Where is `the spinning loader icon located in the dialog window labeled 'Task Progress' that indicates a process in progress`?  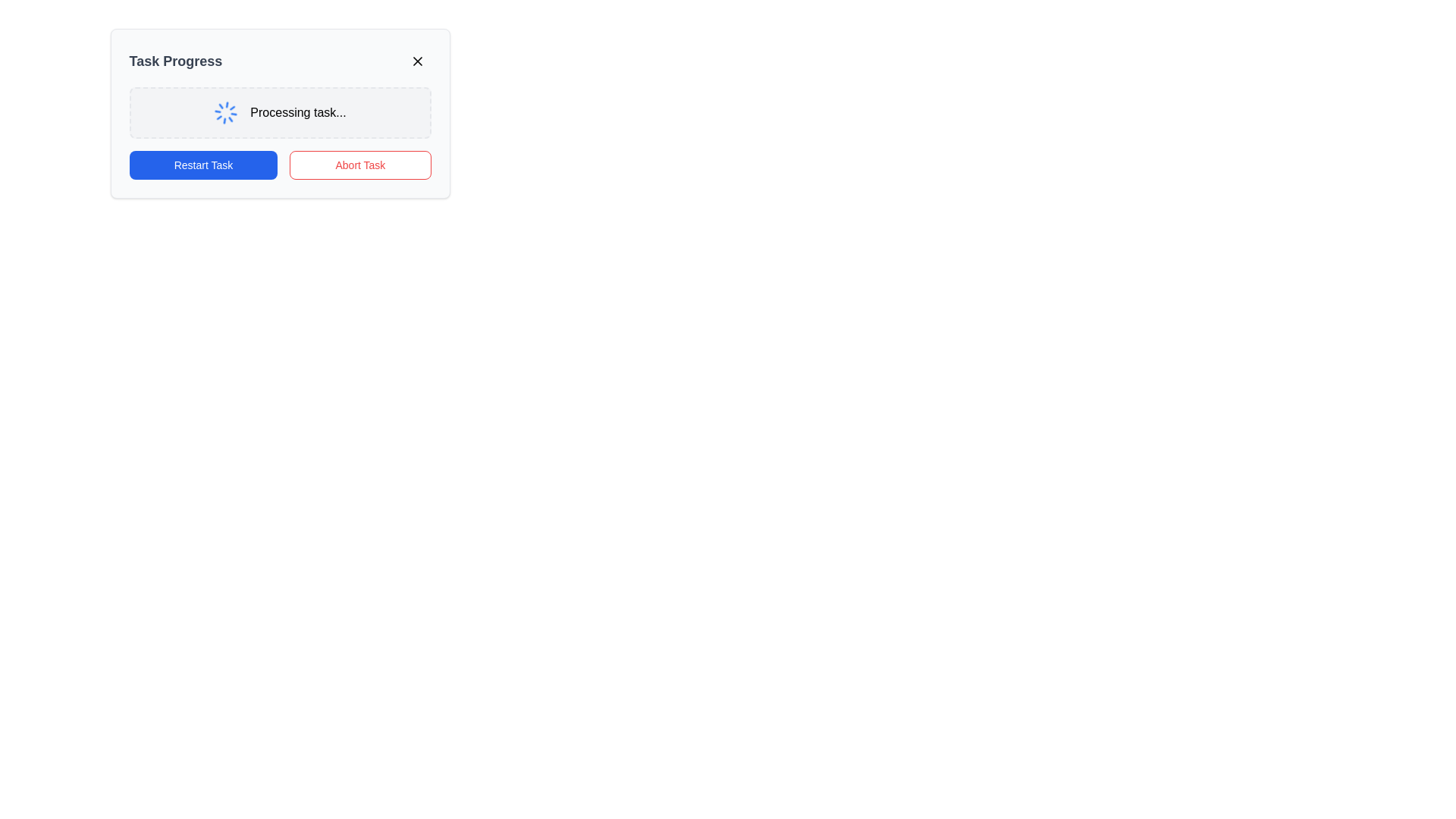
the spinning loader icon located in the dialog window labeled 'Task Progress' that indicates a process in progress is located at coordinates (225, 112).